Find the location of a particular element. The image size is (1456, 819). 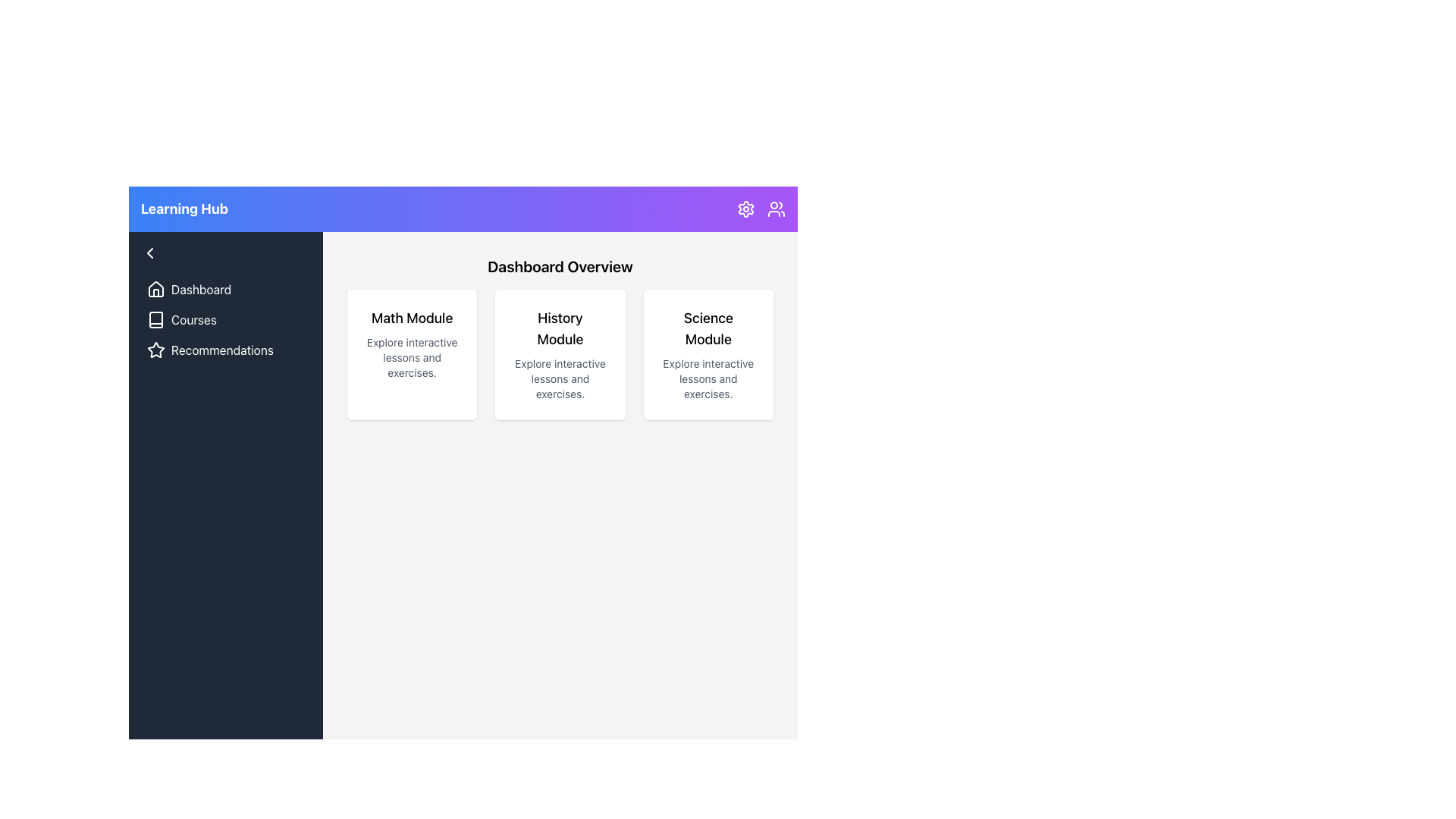

the 'History Module' card, which is the second card in the horizontal series under 'Dashboard Overview' is located at coordinates (559, 354).